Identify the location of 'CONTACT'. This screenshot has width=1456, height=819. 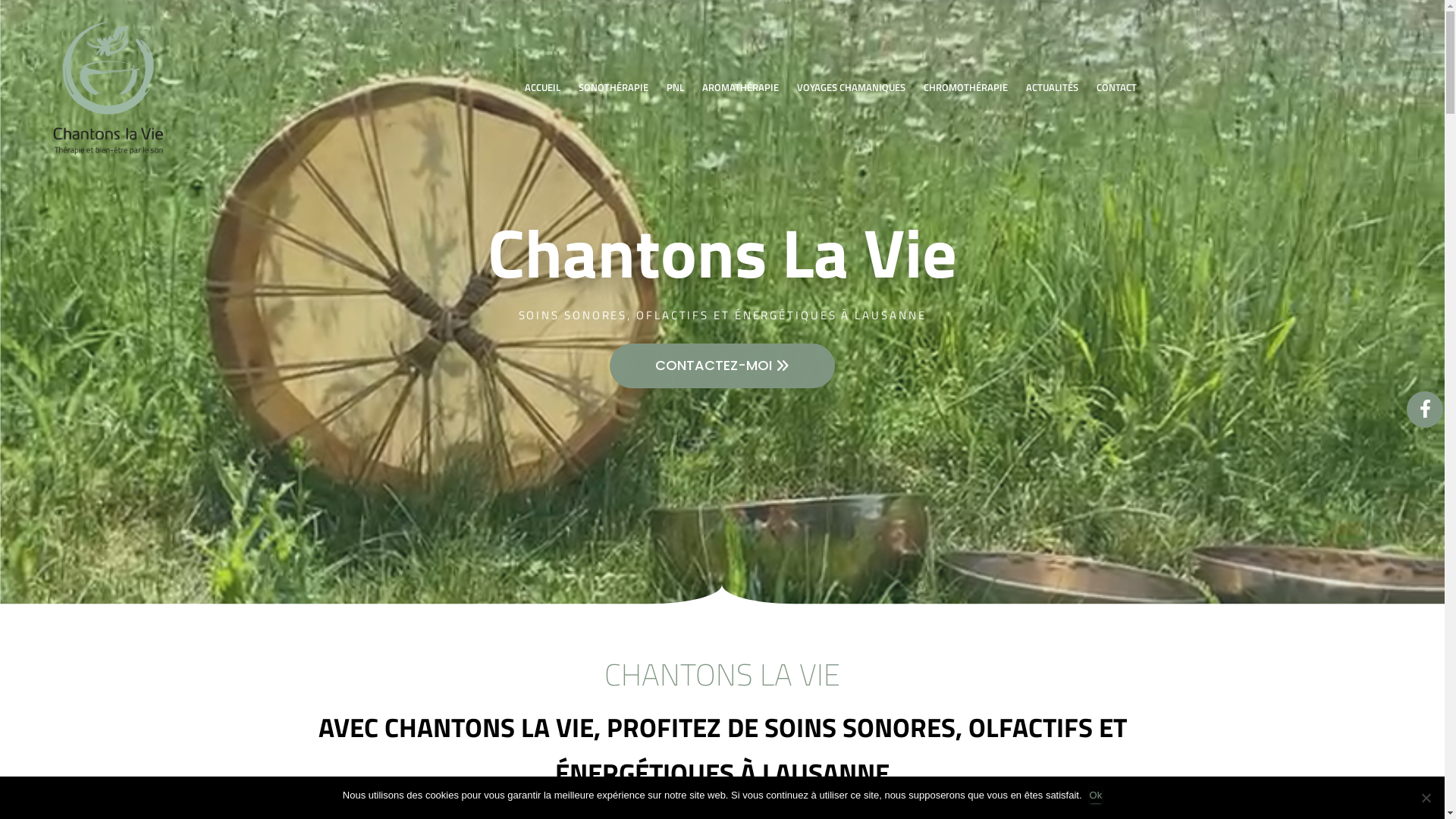
(1087, 87).